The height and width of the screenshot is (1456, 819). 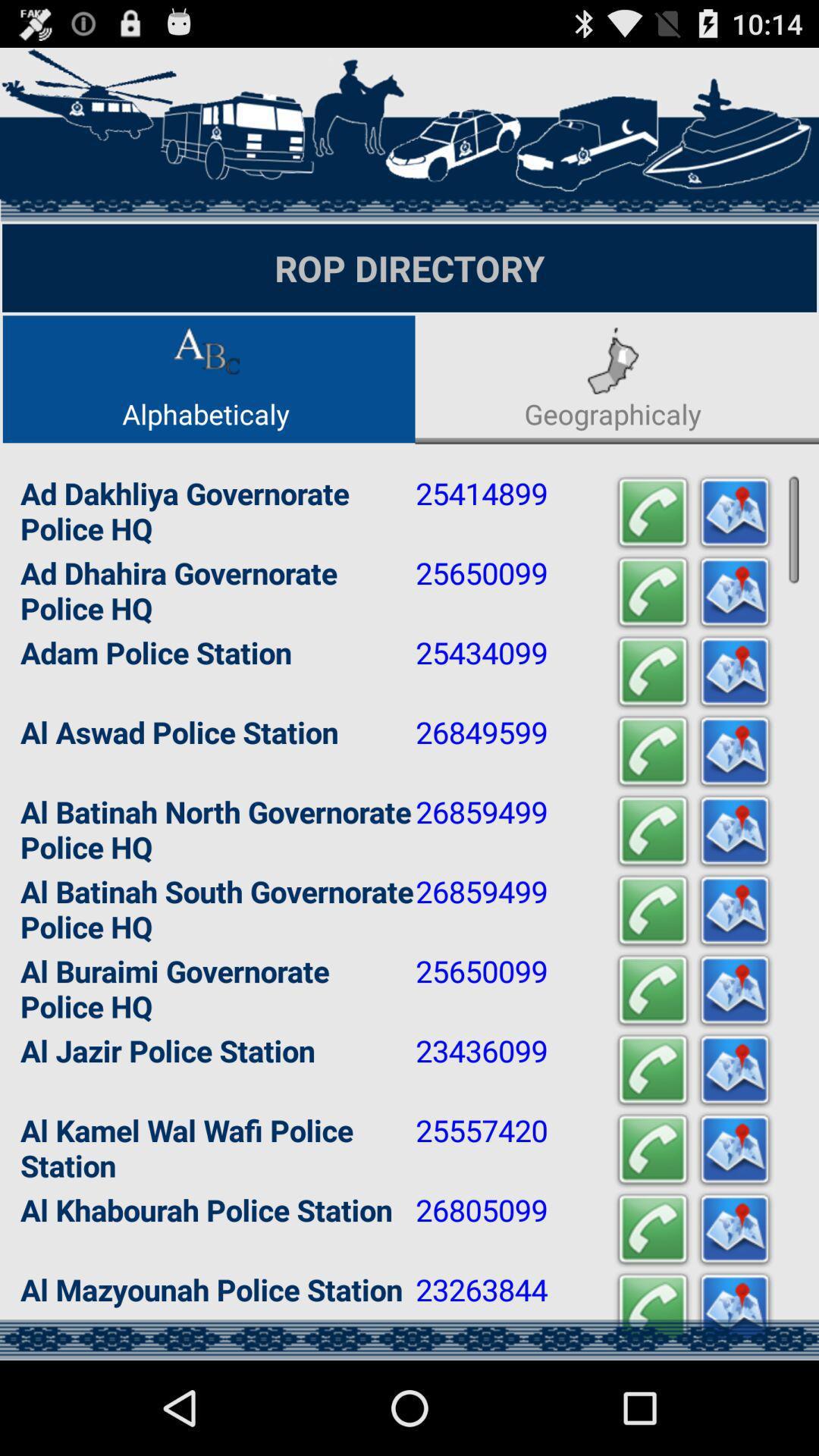 What do you see at coordinates (651, 752) in the screenshot?
I see `call this number` at bounding box center [651, 752].